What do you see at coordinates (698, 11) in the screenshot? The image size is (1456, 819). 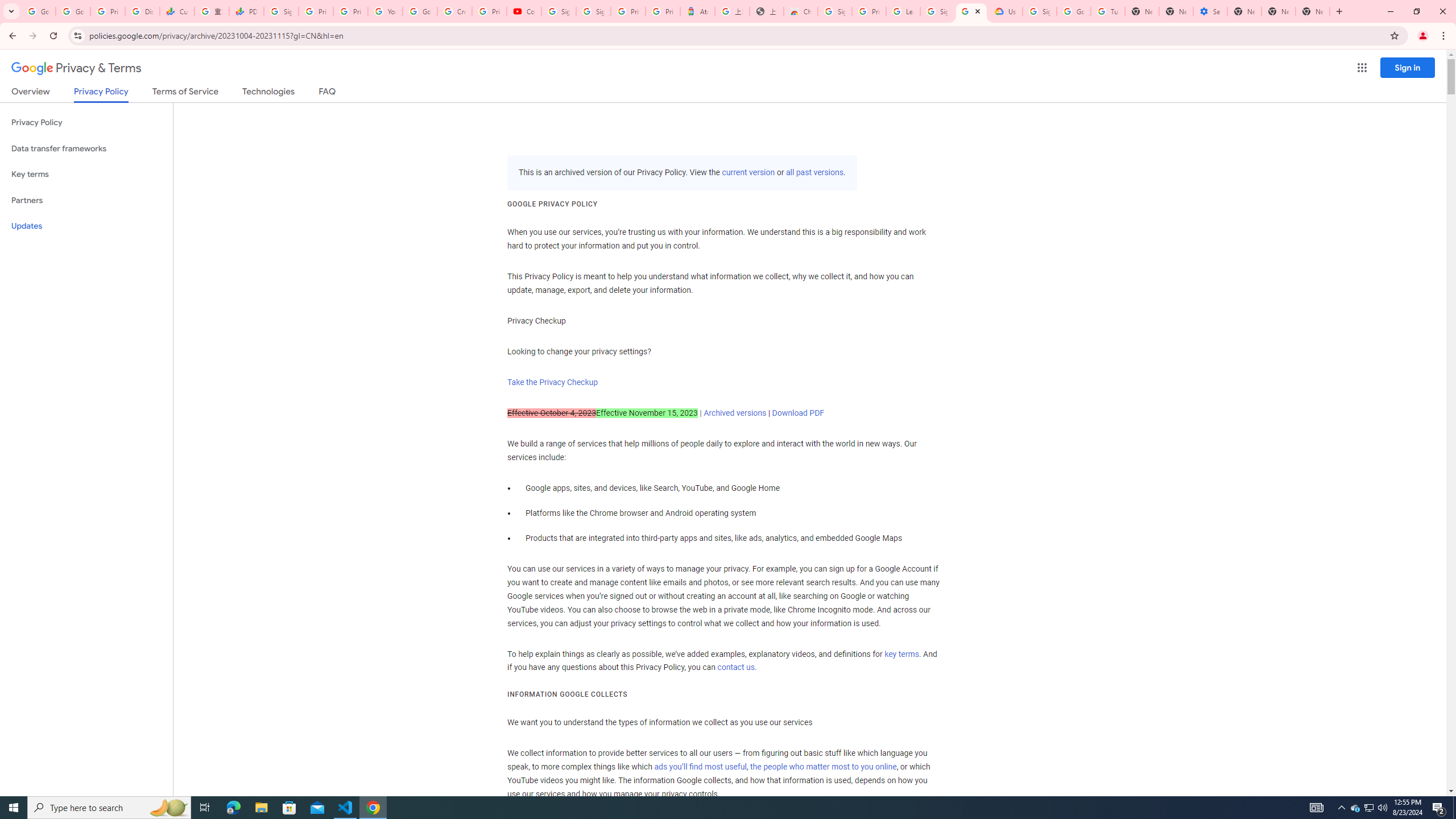 I see `'Atour Hotel - Google hotels'` at bounding box center [698, 11].